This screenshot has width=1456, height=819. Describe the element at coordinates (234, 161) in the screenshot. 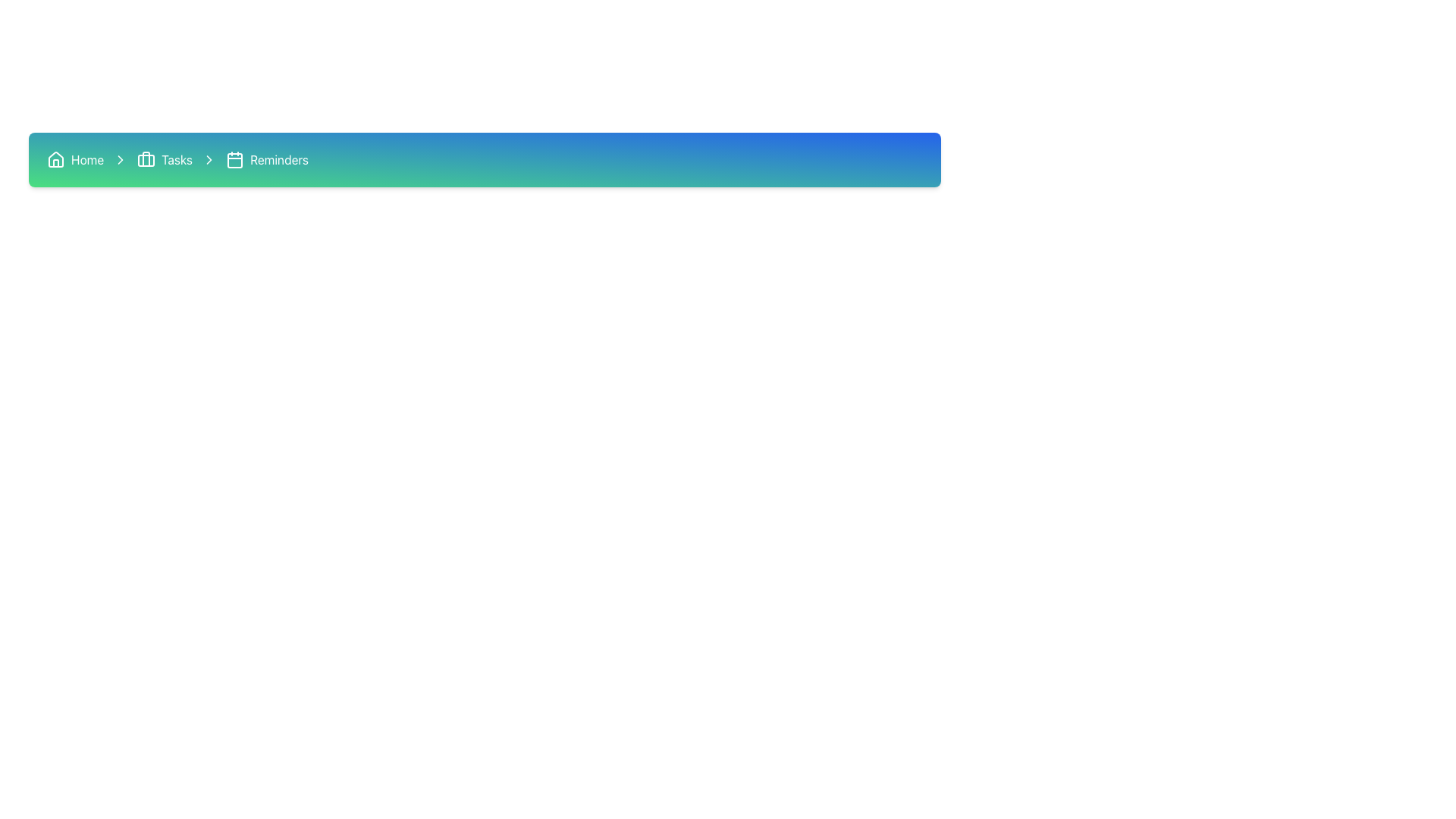

I see `the calendar-related icon located between the gift icon and the 'Reminders' text in the navigation bar` at that location.